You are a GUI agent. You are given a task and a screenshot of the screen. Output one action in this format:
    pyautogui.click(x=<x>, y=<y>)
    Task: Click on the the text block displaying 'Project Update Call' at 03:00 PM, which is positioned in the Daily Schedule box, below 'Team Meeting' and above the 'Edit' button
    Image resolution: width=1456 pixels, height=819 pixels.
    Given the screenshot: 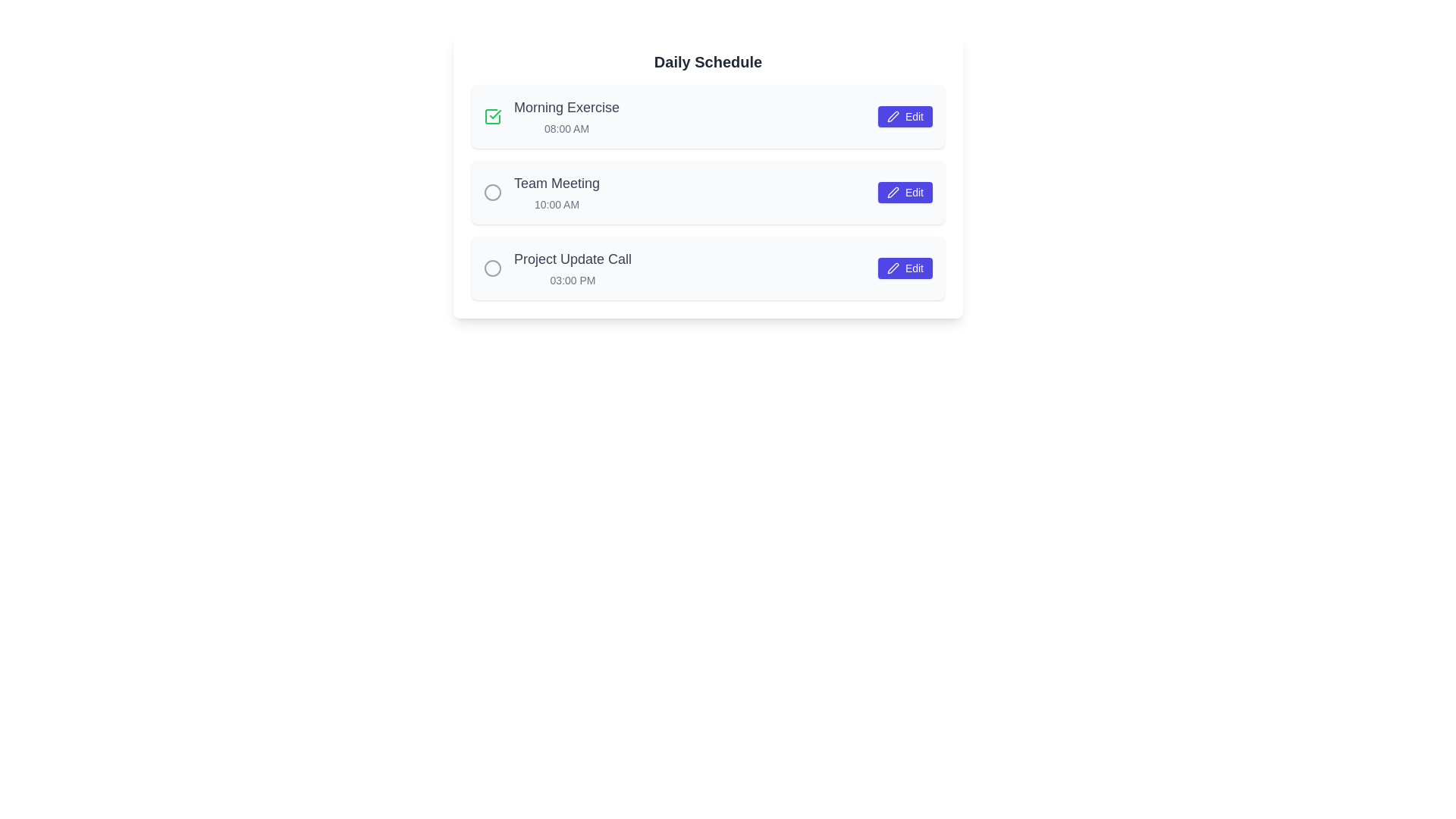 What is the action you would take?
    pyautogui.click(x=572, y=268)
    